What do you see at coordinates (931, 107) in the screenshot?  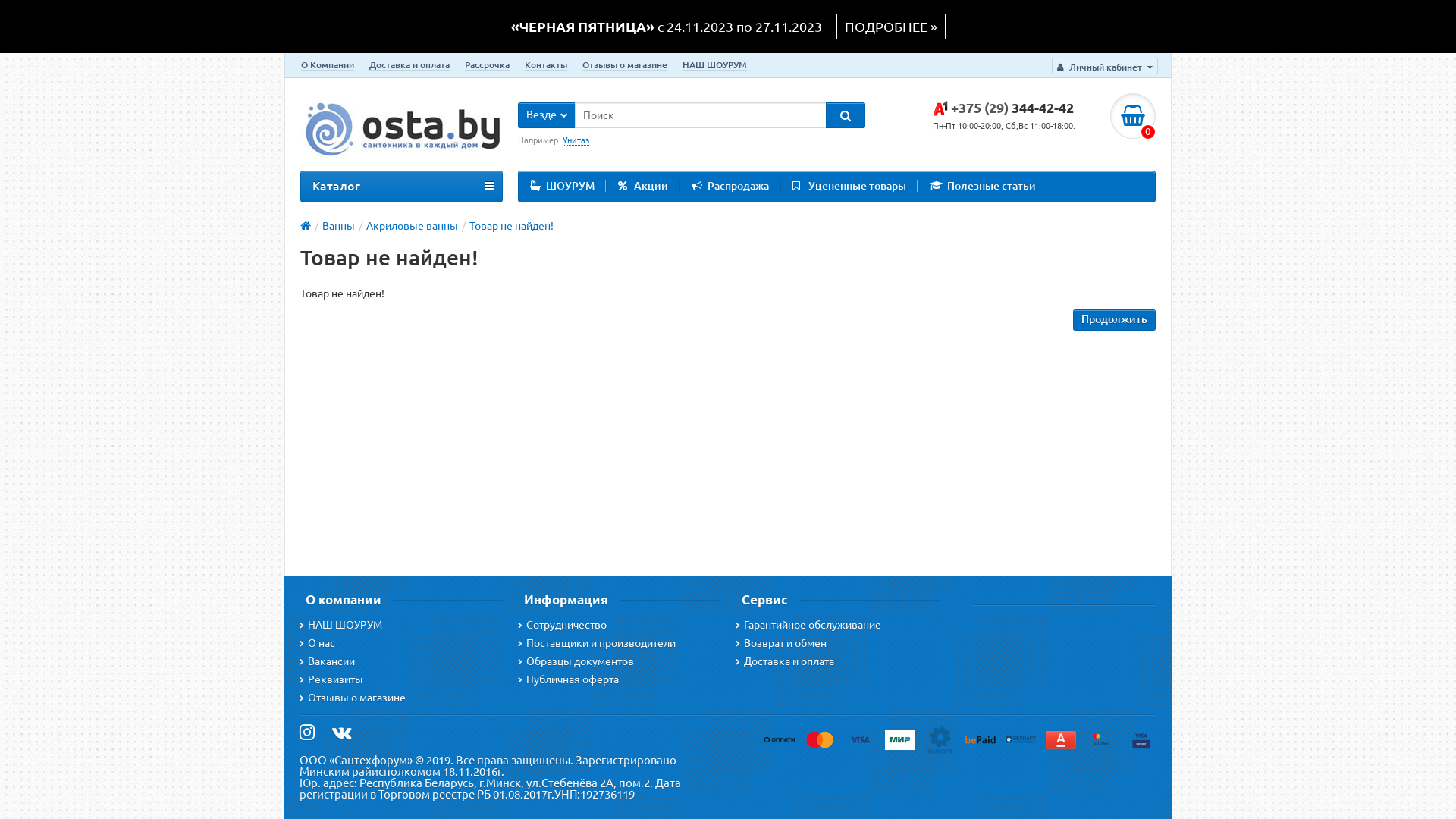 I see `'+375 (29) 344-42-42'` at bounding box center [931, 107].